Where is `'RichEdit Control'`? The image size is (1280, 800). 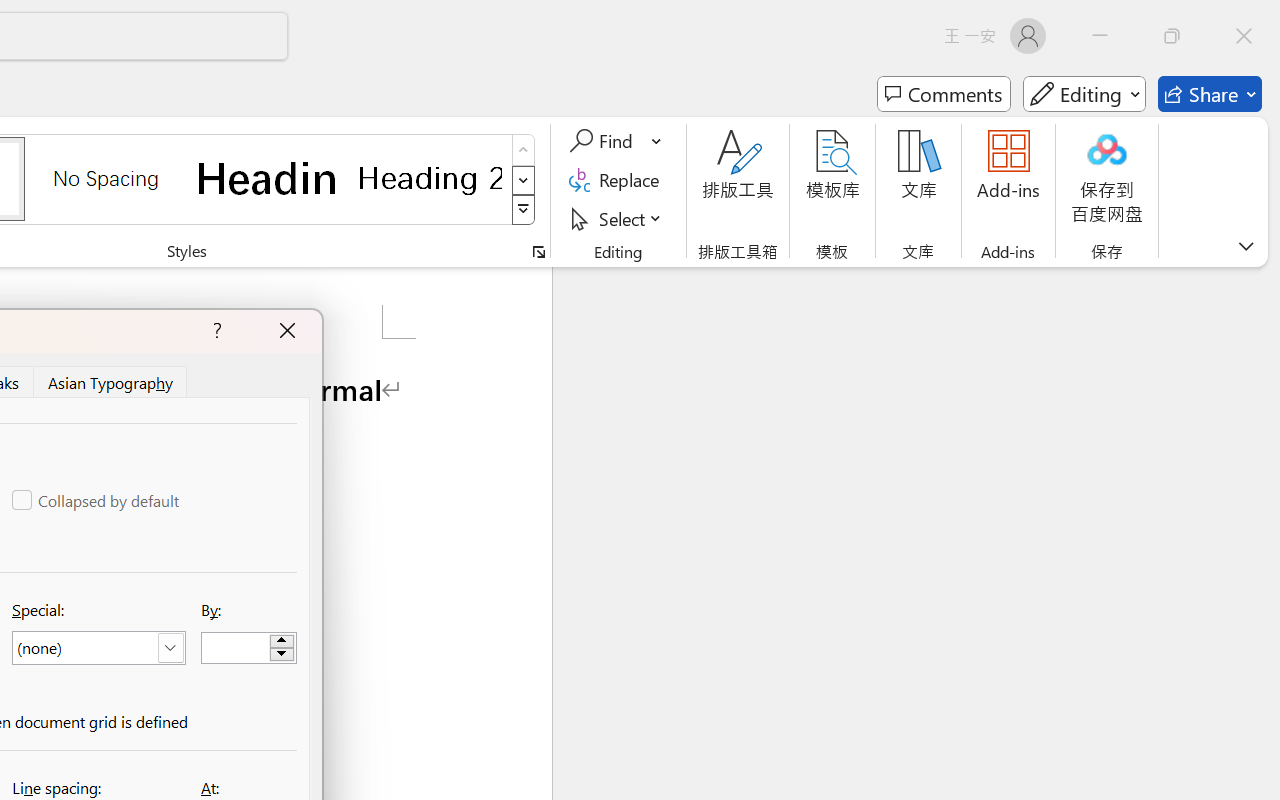 'RichEdit Control' is located at coordinates (236, 647).